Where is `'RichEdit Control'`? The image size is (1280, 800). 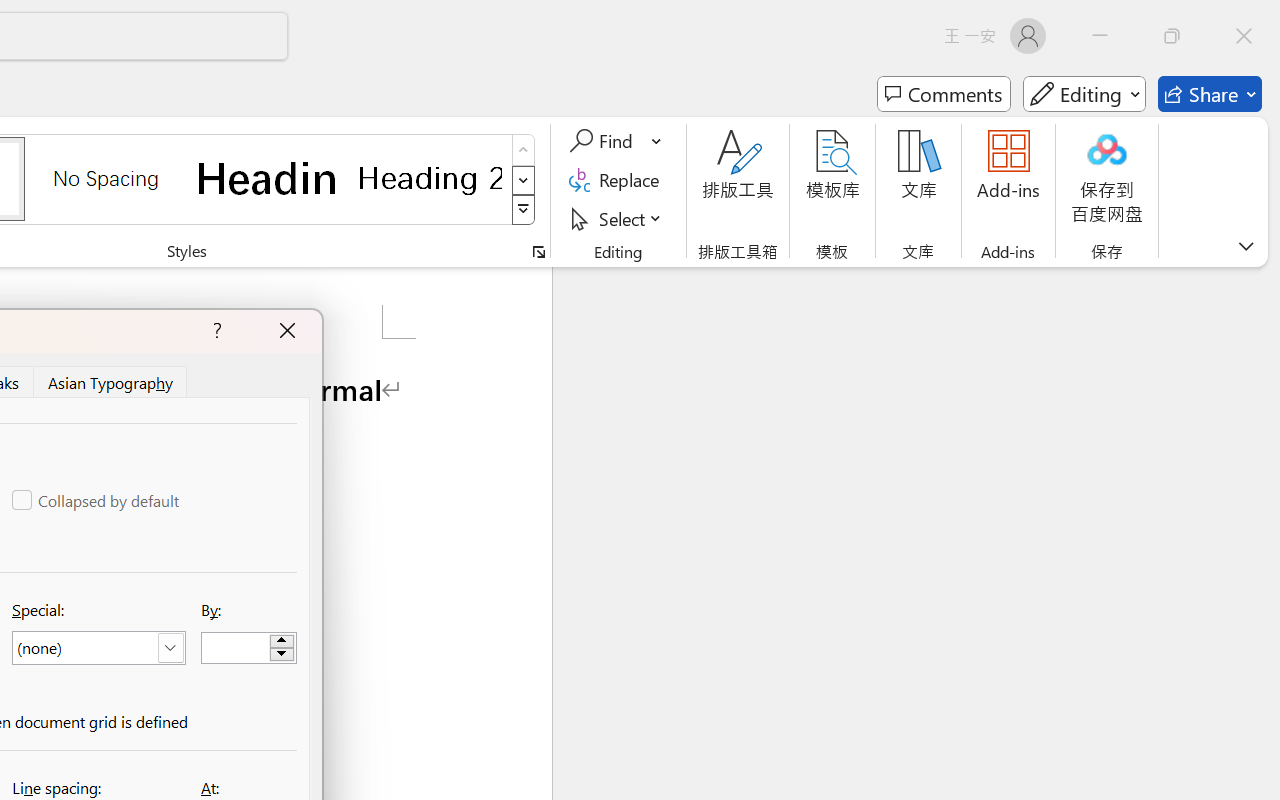 'RichEdit Control' is located at coordinates (236, 647).